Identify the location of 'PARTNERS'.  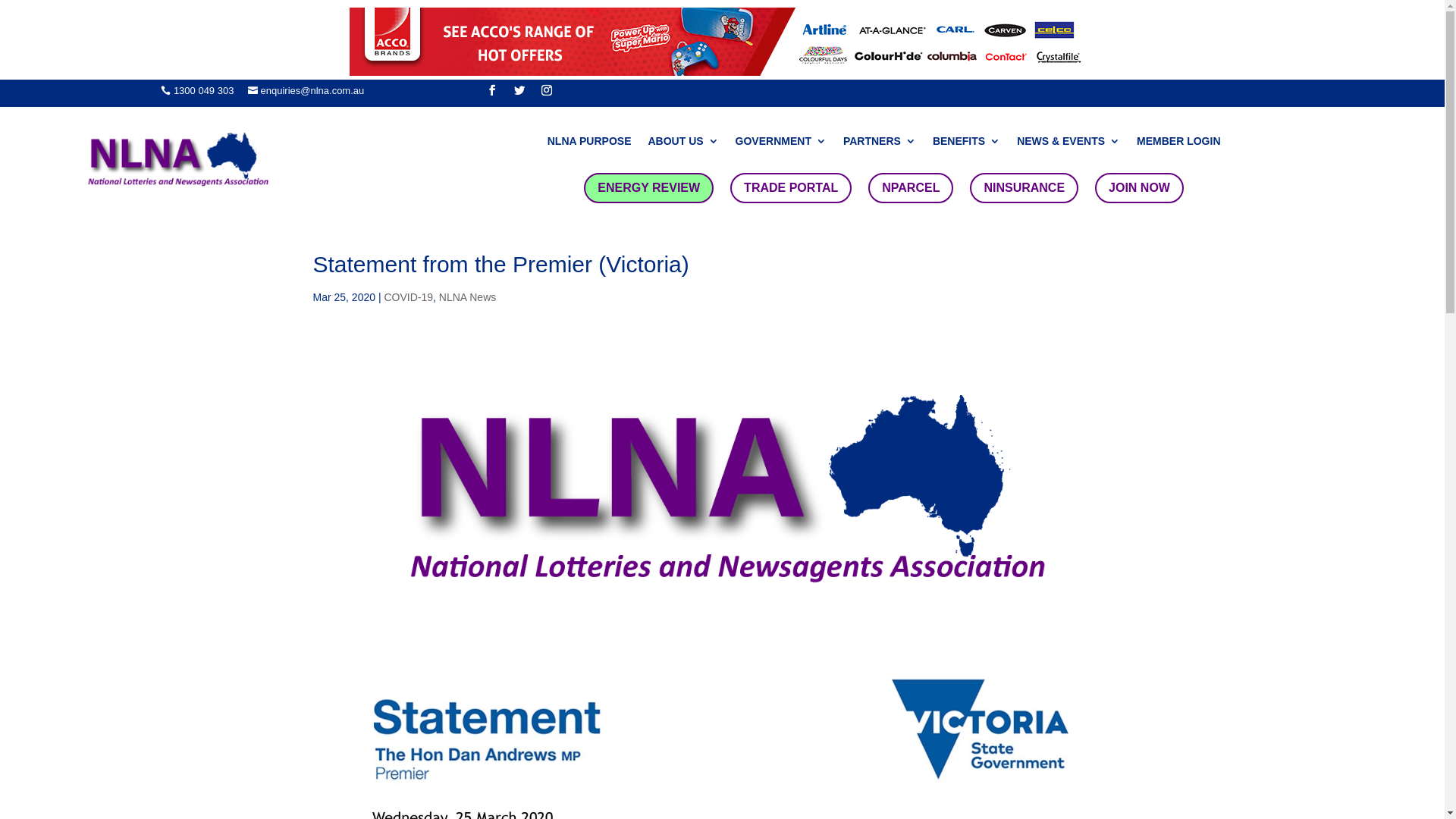
(843, 143).